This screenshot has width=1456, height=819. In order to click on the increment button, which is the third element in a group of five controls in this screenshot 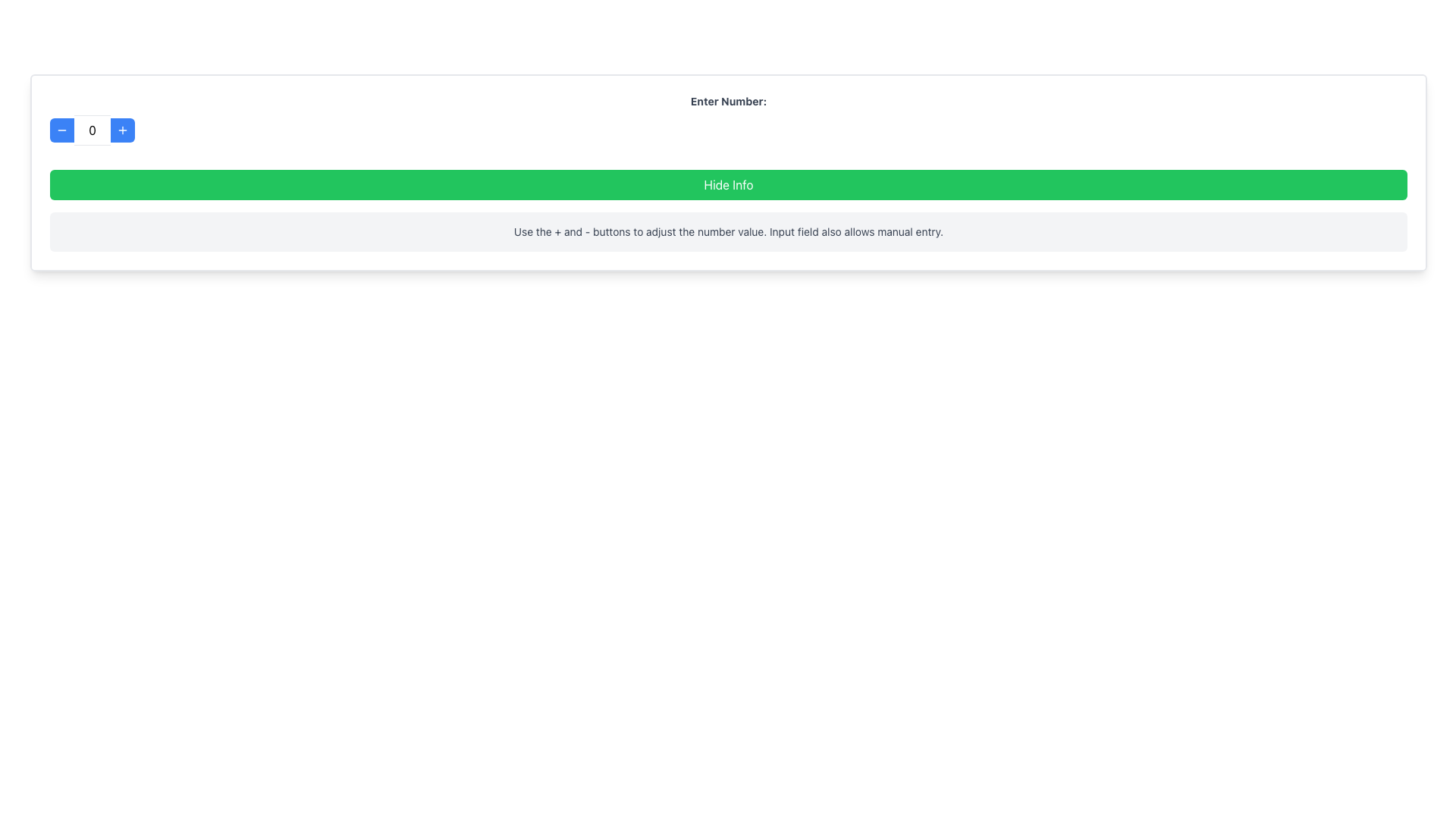, I will do `click(123, 130)`.